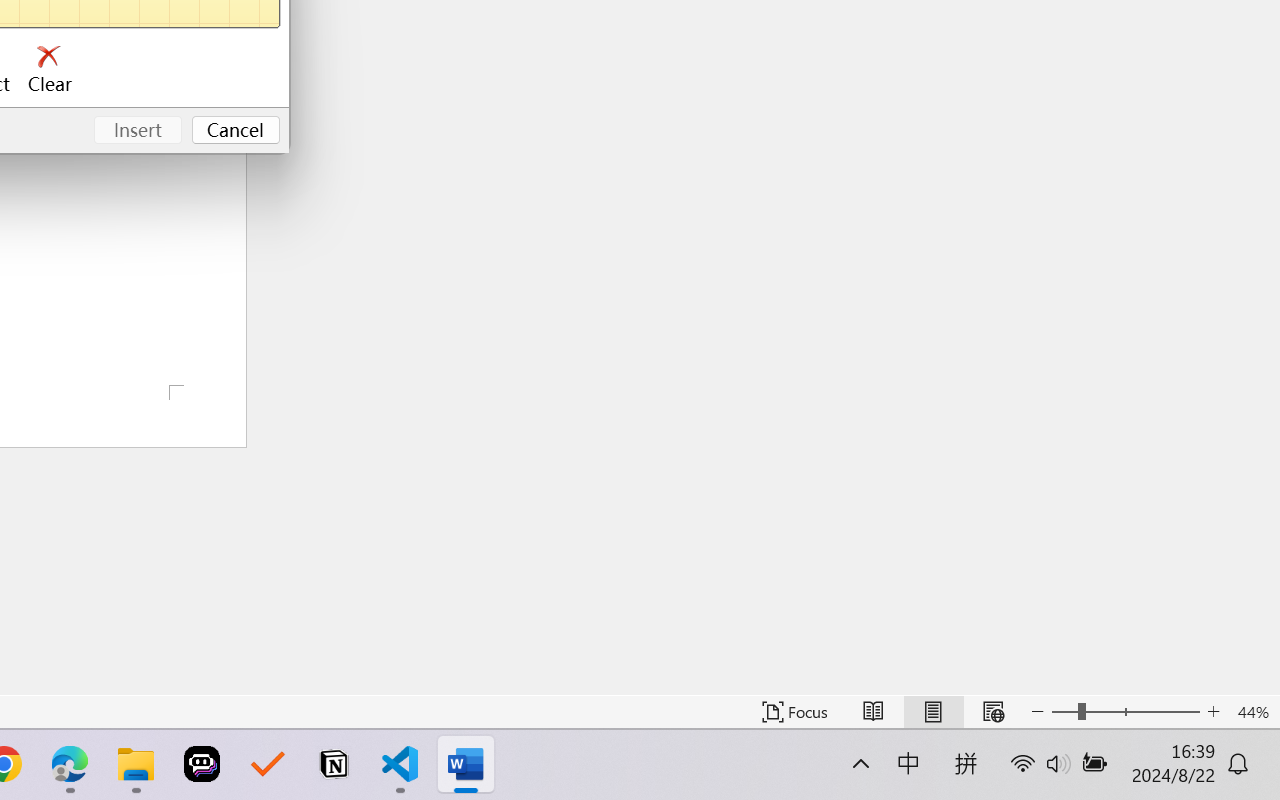  I want to click on 'Clear', so click(49, 69).